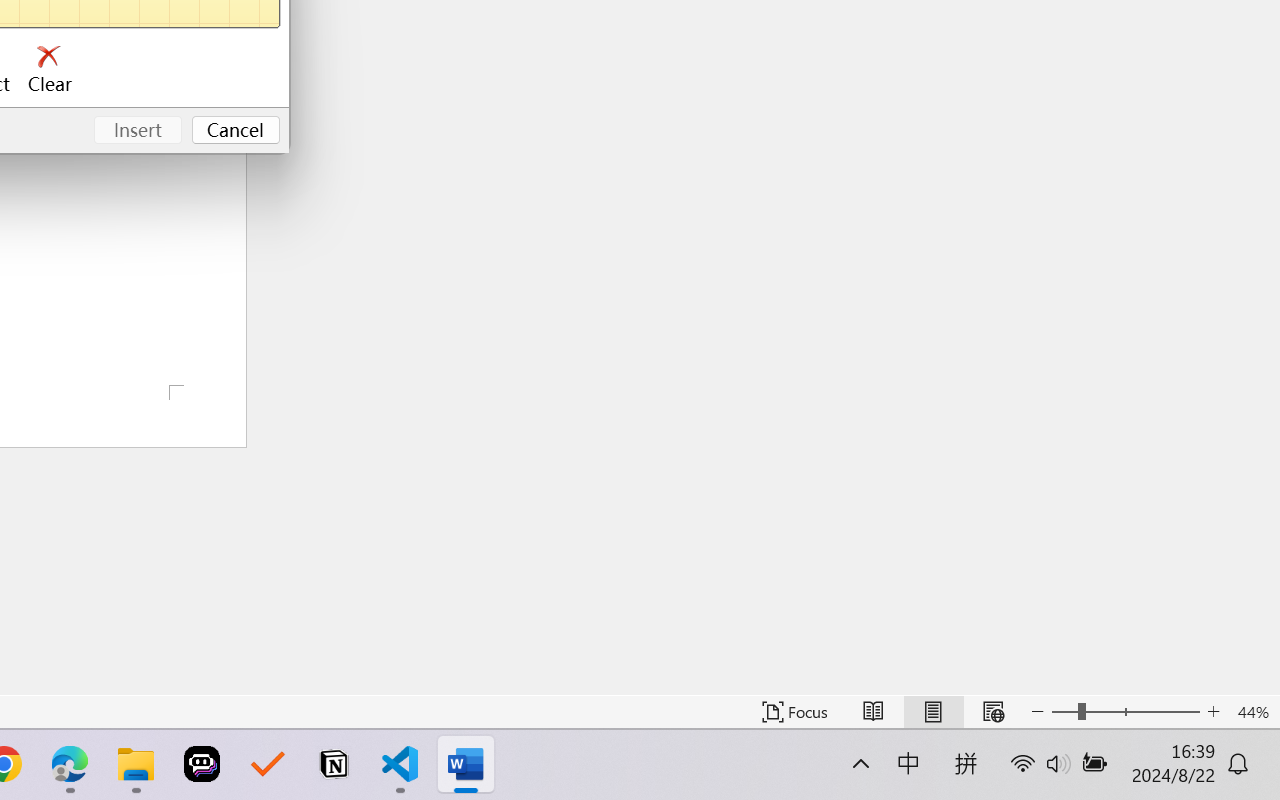  I want to click on 'Clear', so click(49, 69).